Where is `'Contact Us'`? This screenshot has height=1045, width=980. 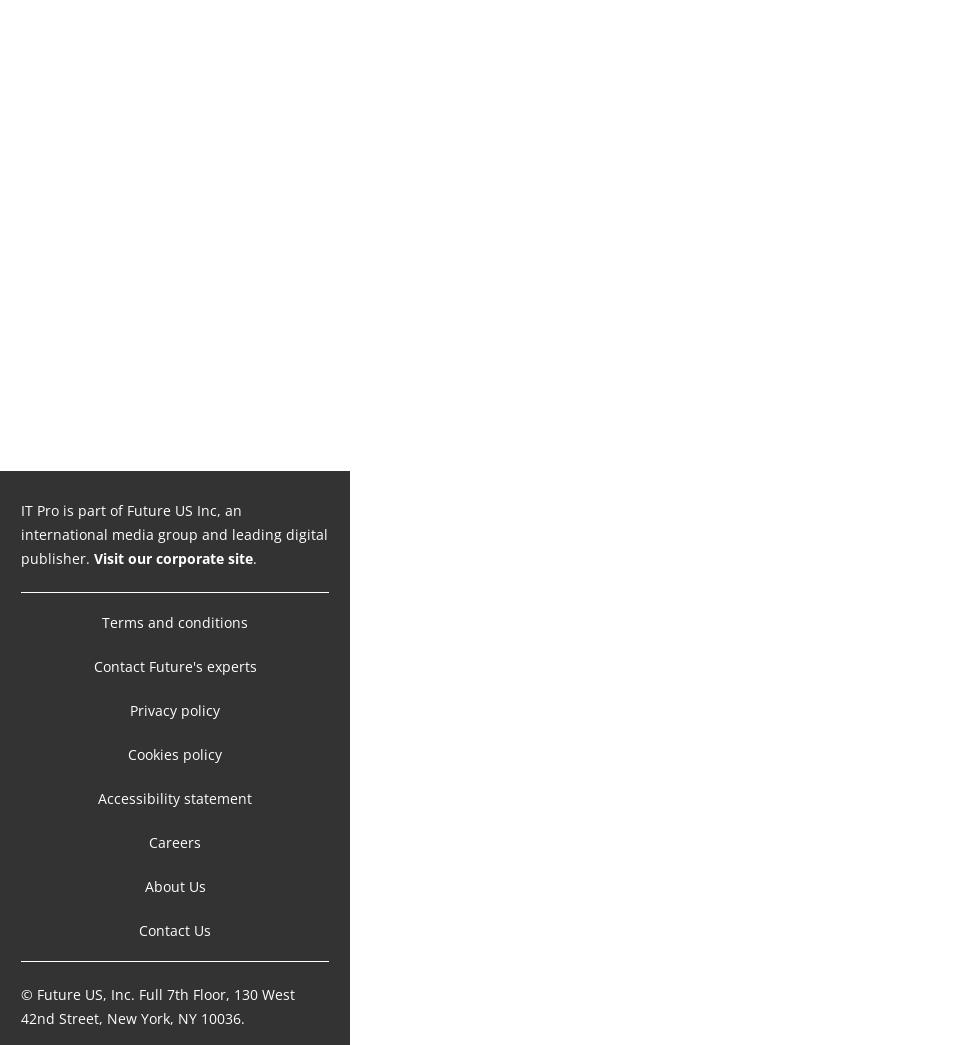 'Contact Us' is located at coordinates (175, 909).